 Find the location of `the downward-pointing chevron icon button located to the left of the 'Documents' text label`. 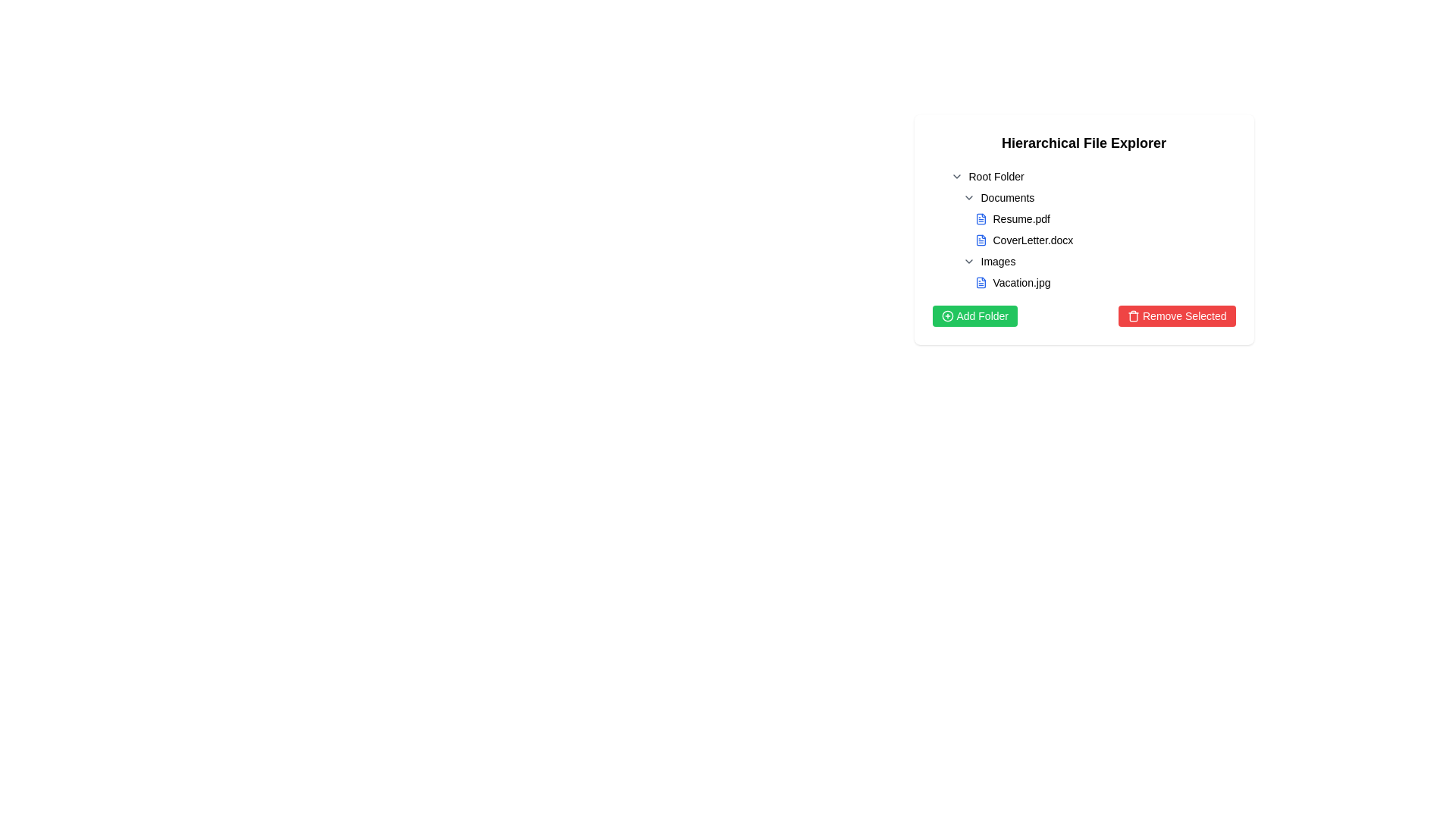

the downward-pointing chevron icon button located to the left of the 'Documents' text label is located at coordinates (968, 197).